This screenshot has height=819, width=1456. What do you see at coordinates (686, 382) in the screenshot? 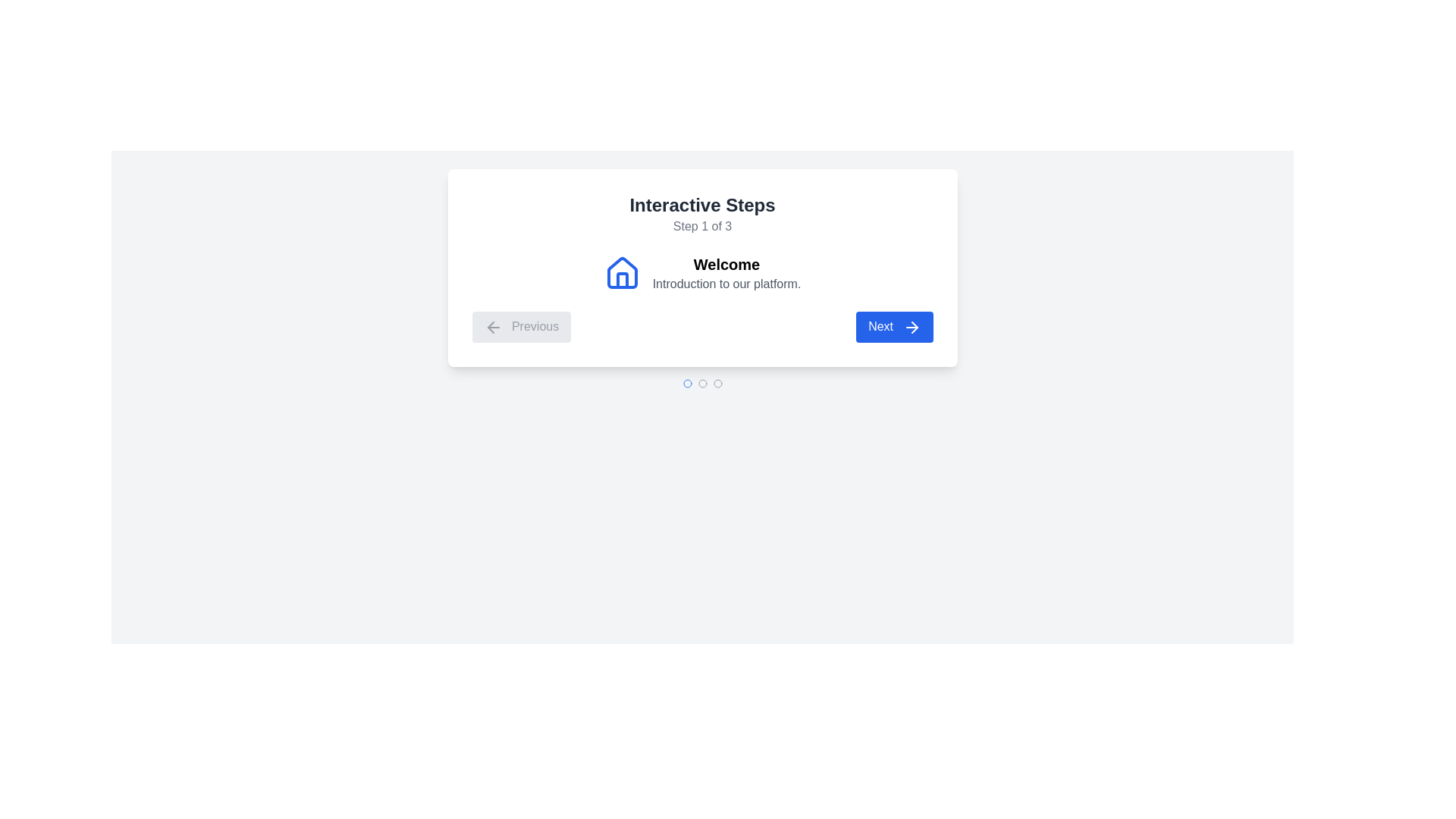
I see `the second circle in the progress indicator sequence` at bounding box center [686, 382].